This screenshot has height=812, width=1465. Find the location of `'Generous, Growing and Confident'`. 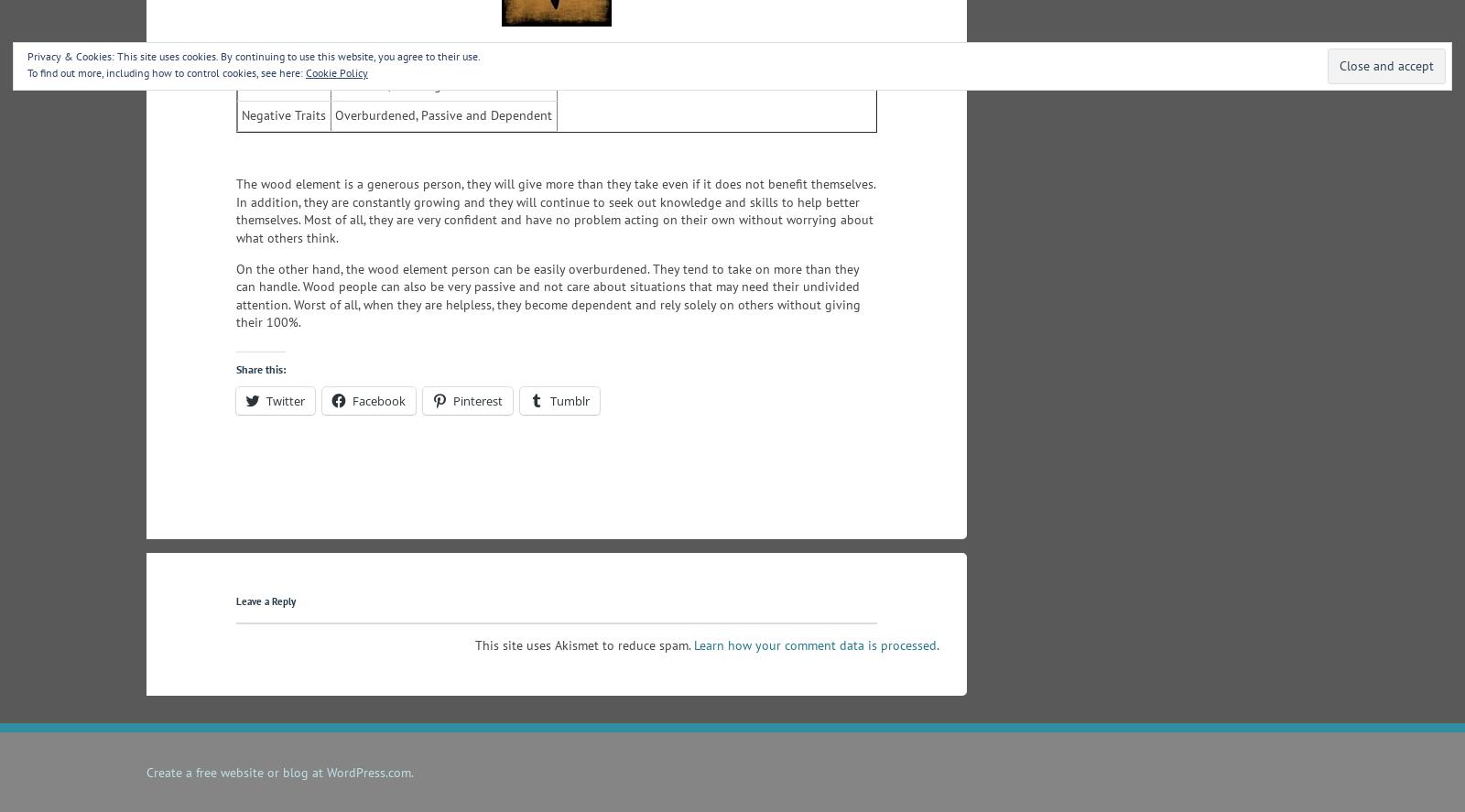

'Generous, Growing and Confident' is located at coordinates (429, 83).